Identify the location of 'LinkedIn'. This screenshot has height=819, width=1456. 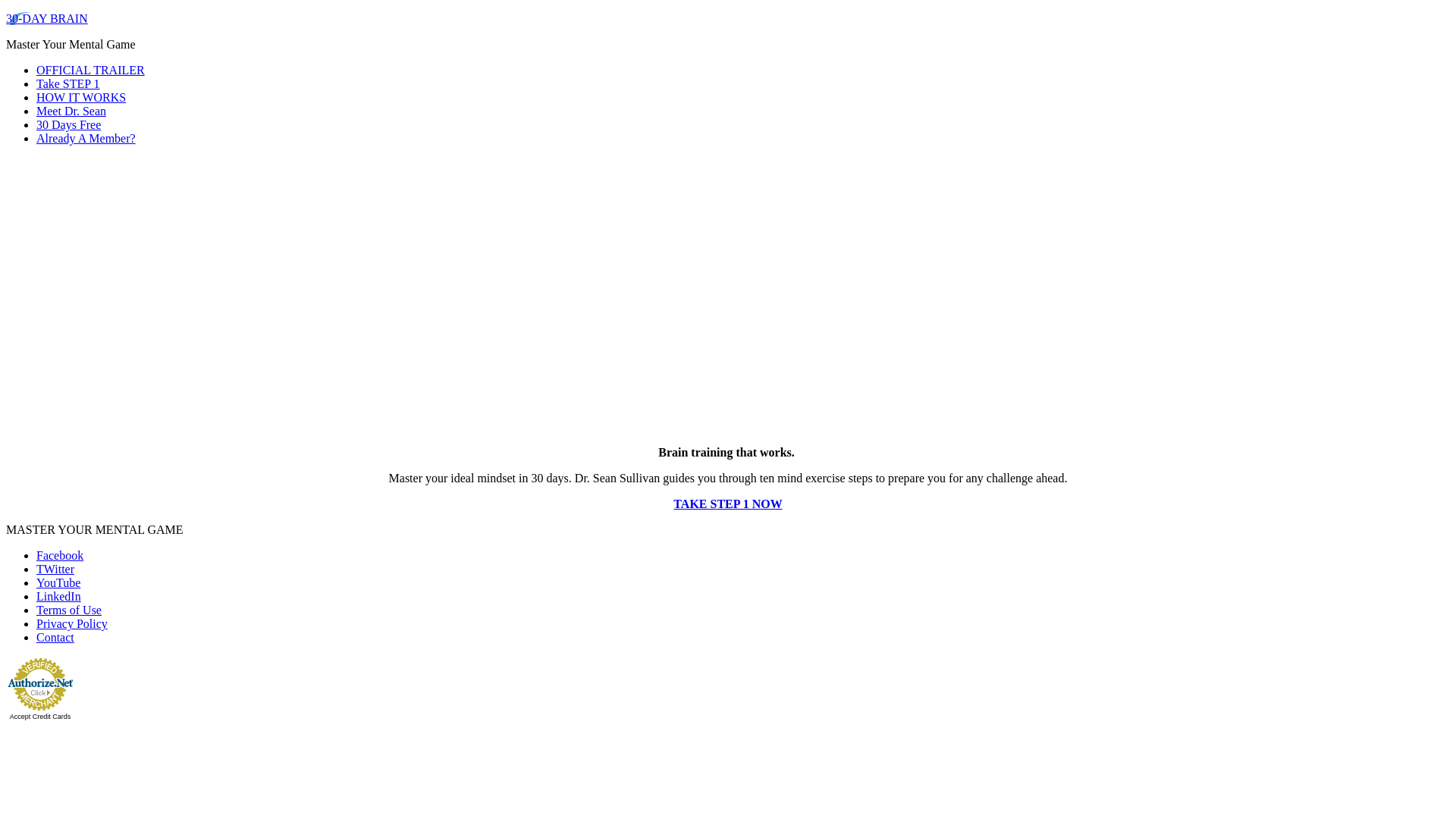
(58, 595).